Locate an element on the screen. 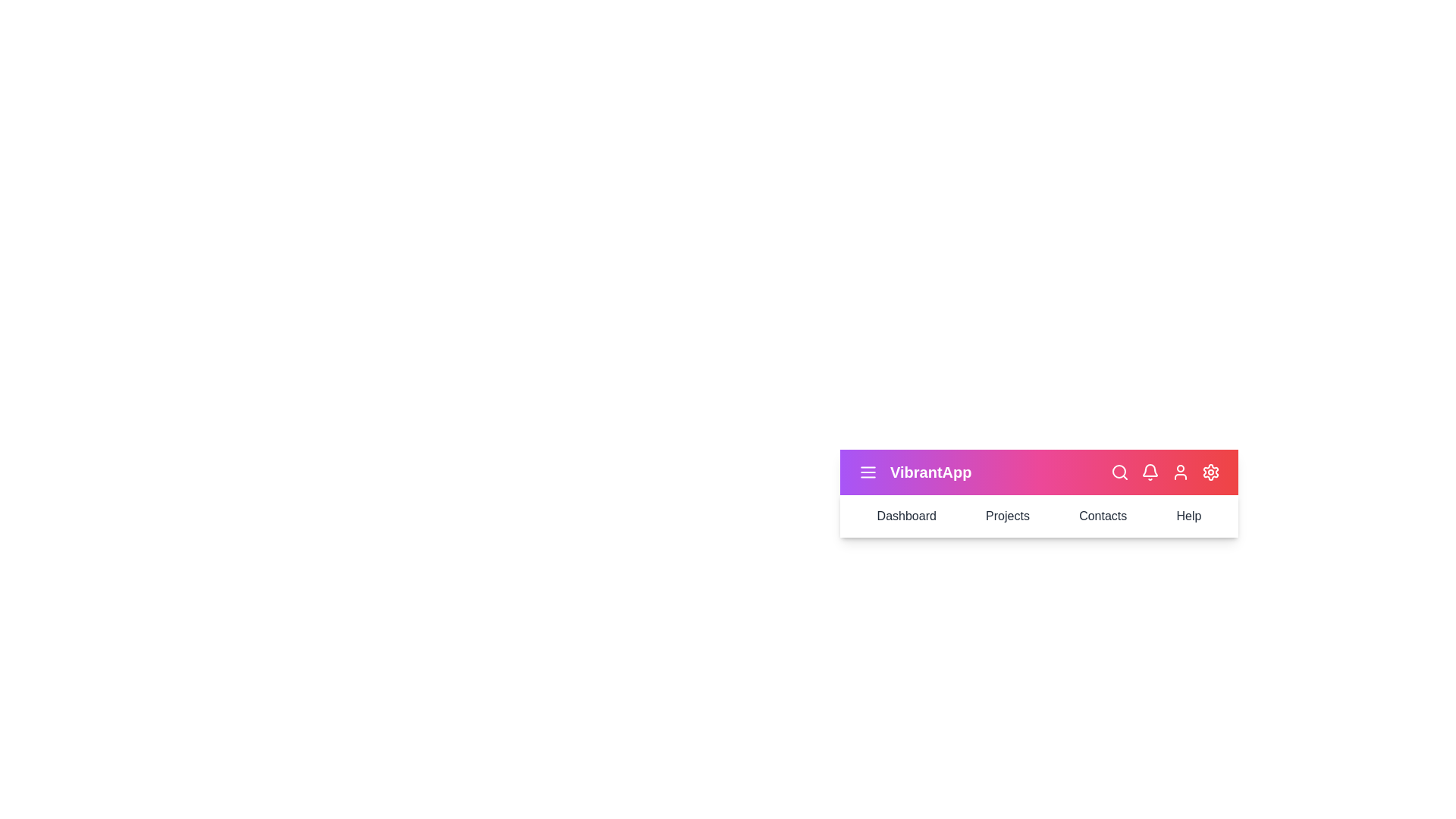 The width and height of the screenshot is (1456, 819). the search_icon to reveal its effect is located at coordinates (1120, 472).